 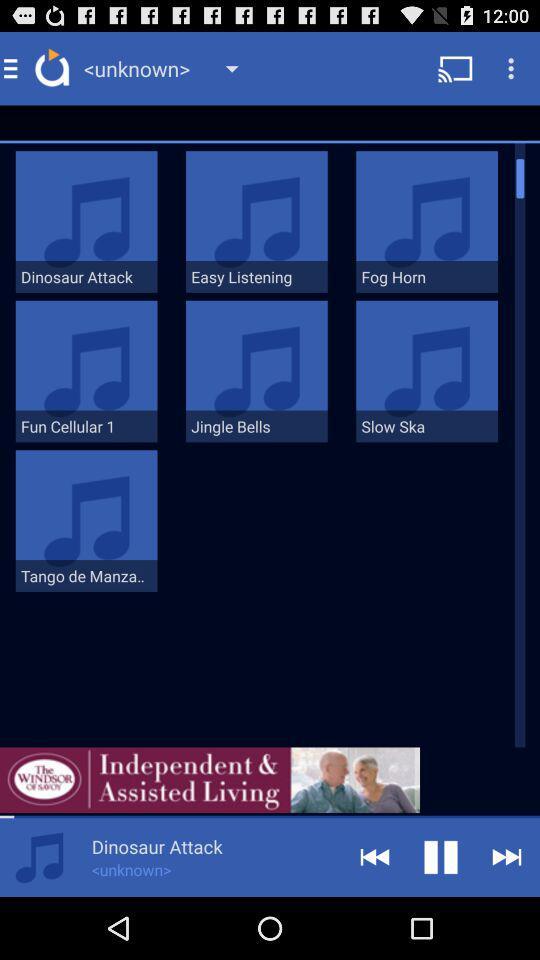 I want to click on the av_rewind icon, so click(x=374, y=917).